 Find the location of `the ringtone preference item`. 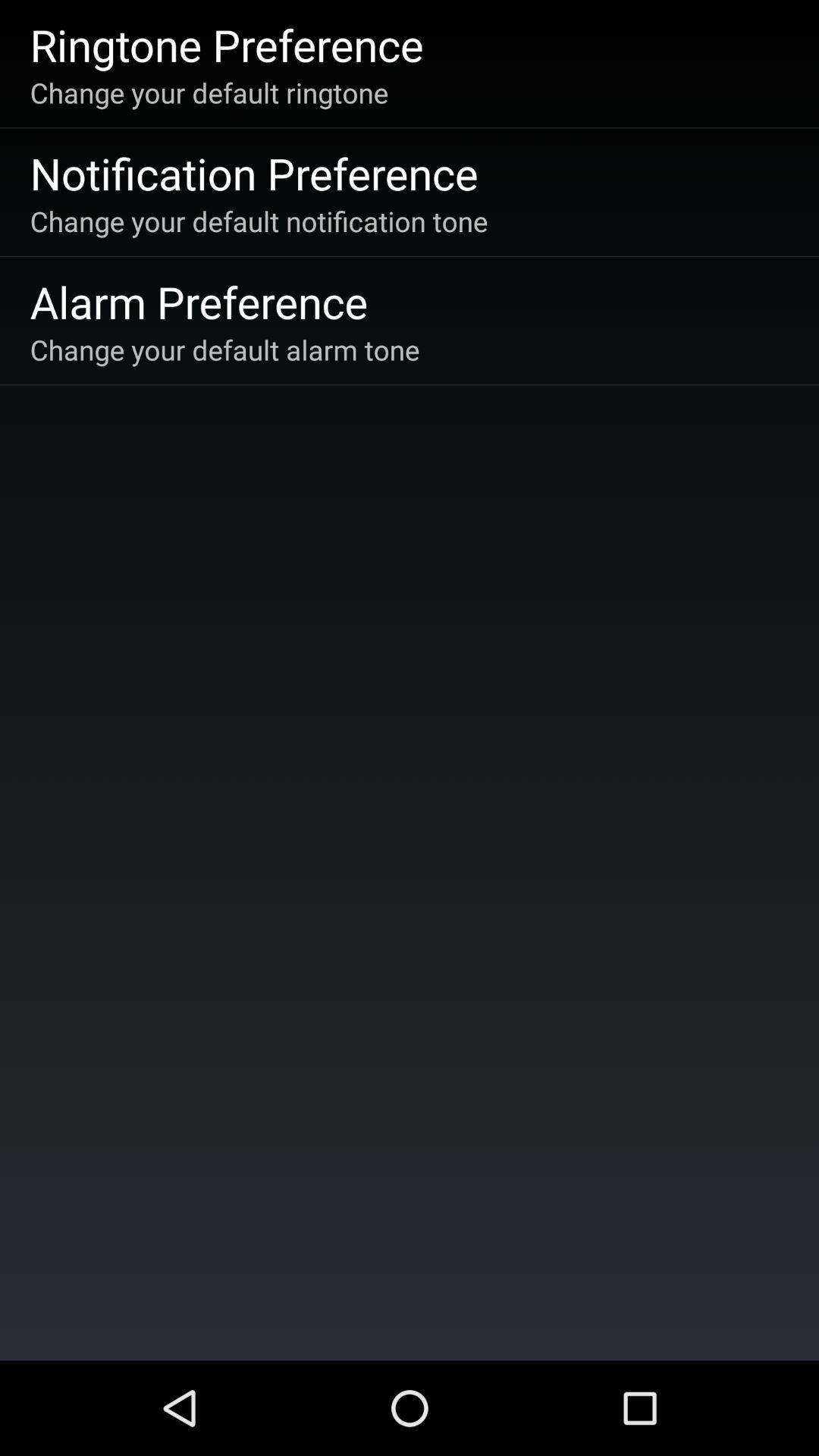

the ringtone preference item is located at coordinates (227, 44).